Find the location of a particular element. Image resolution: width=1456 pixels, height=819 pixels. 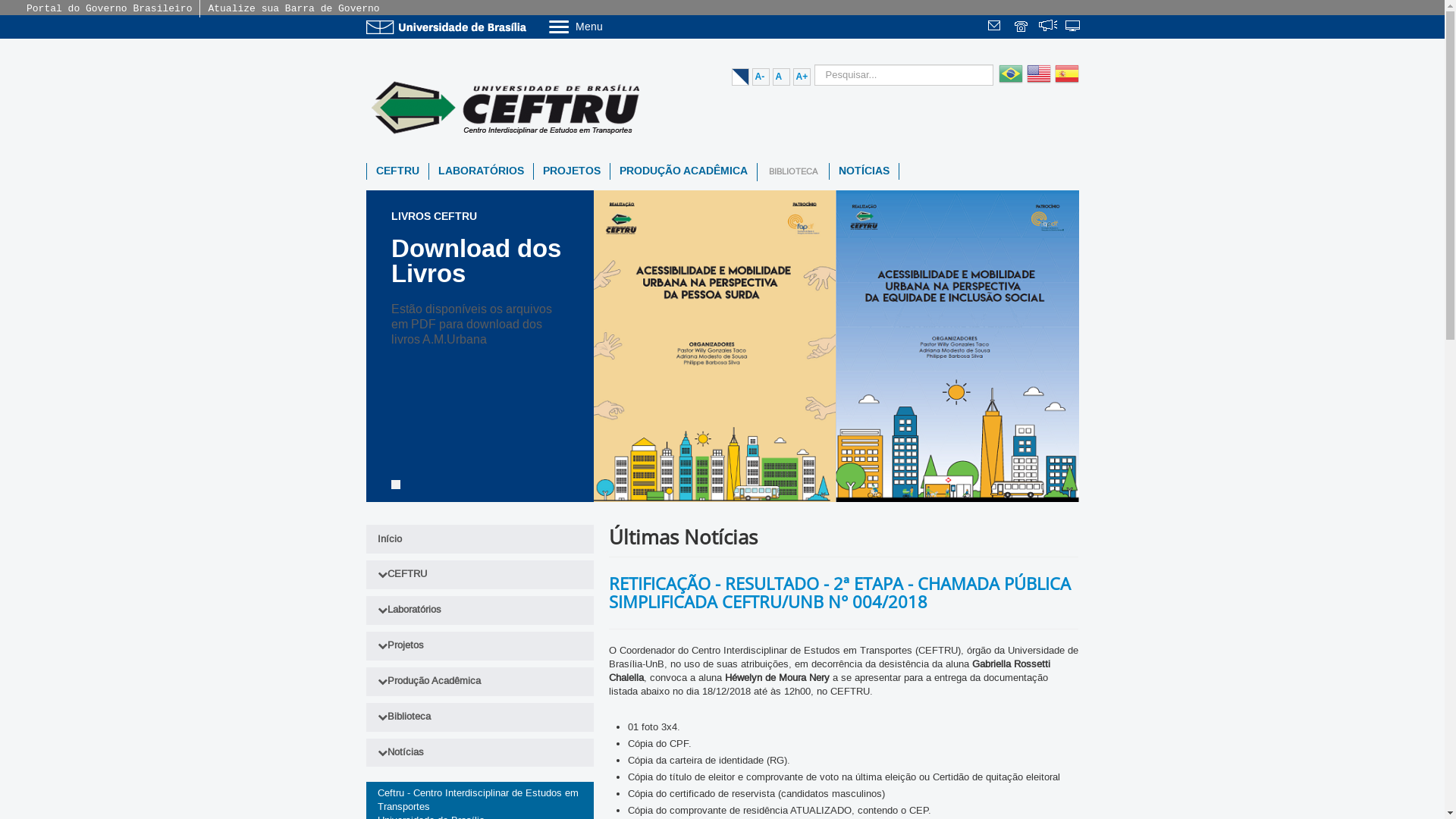

'Biblioteca' is located at coordinates (365, 717).